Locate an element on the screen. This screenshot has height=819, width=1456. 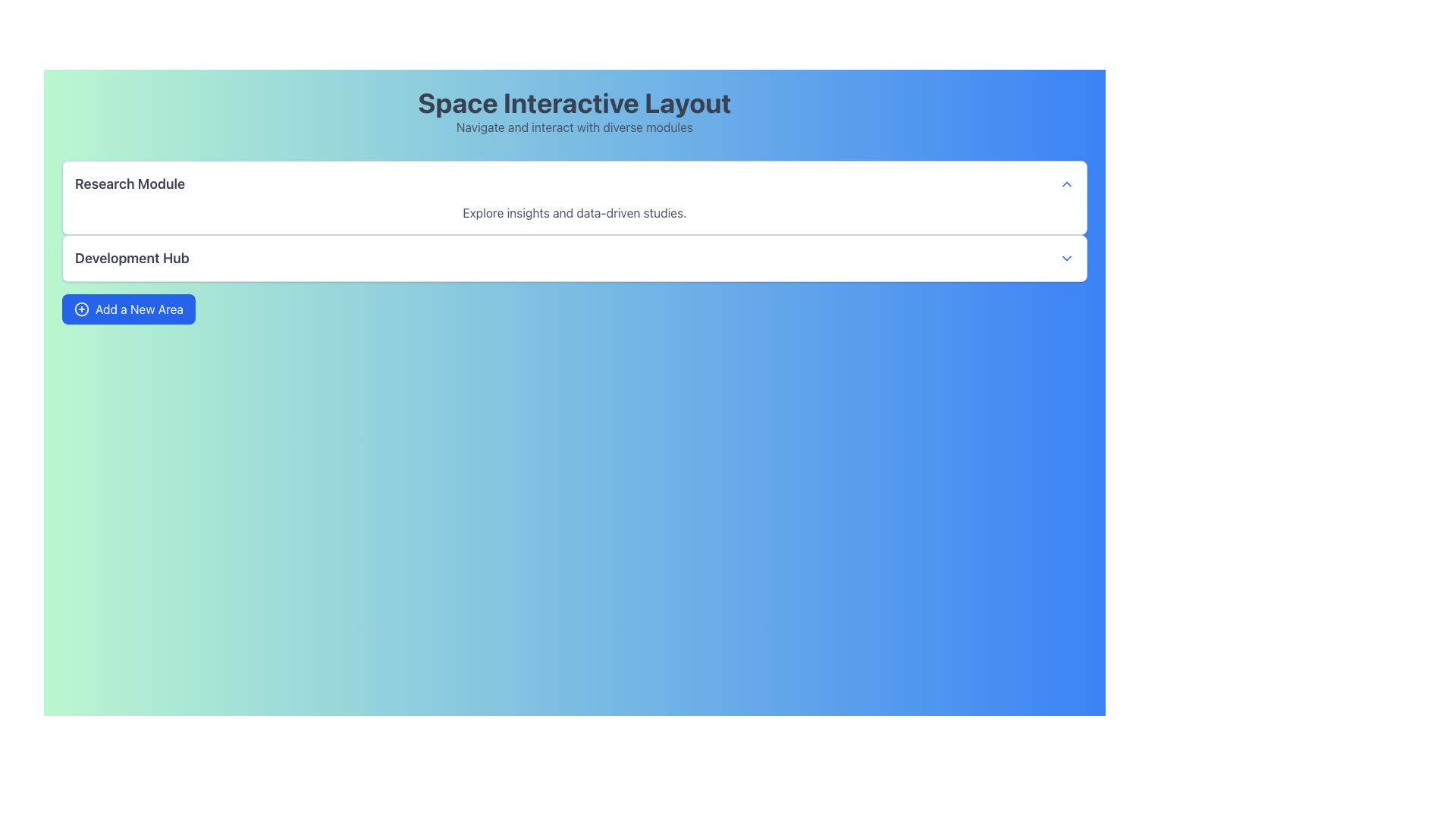
the button located at the bottom of the 'Development Hub' section to observe visual hover effects is located at coordinates (128, 309).